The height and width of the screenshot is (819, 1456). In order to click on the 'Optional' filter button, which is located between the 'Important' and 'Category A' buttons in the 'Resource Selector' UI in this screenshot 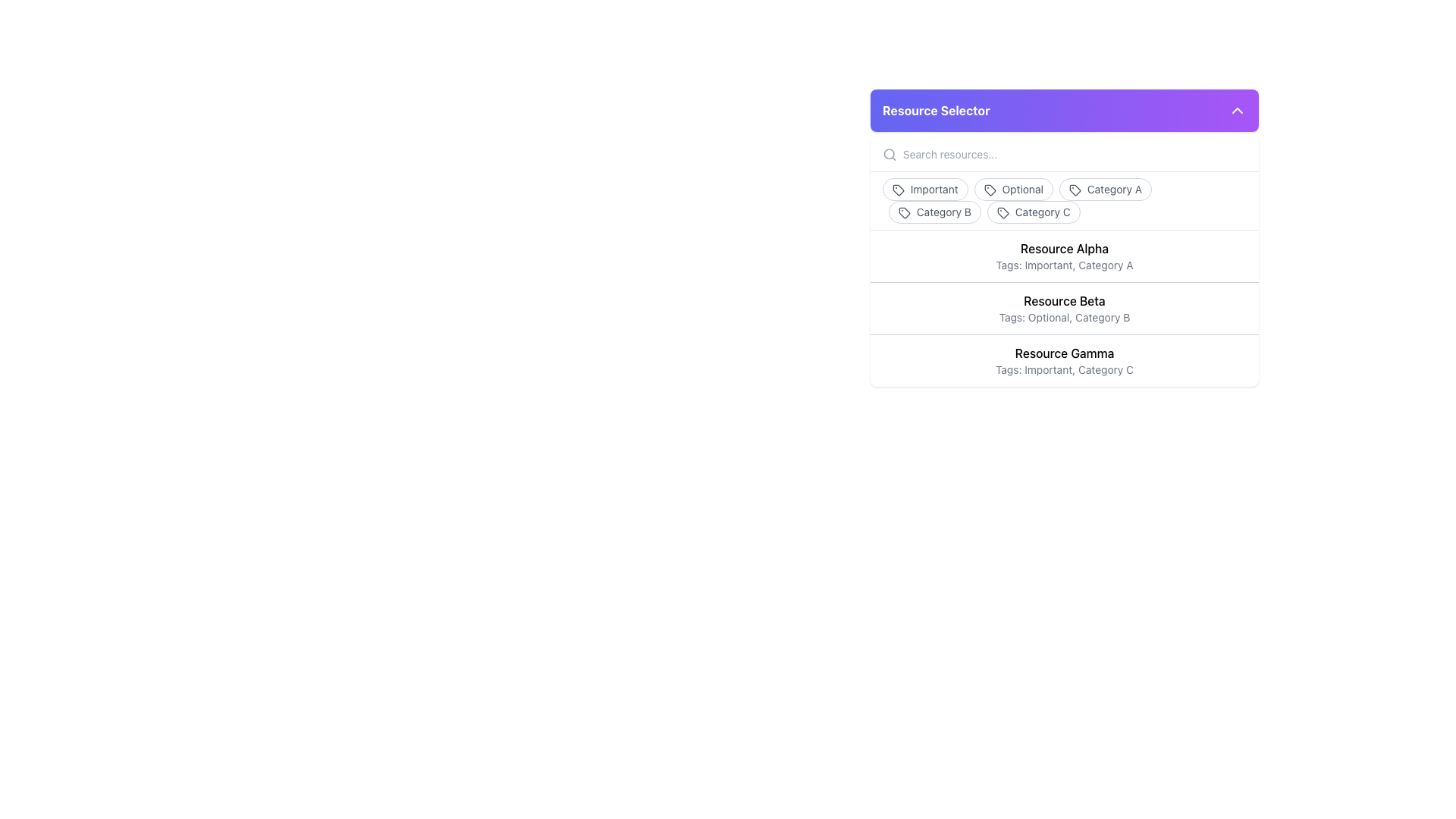, I will do `click(1013, 189)`.